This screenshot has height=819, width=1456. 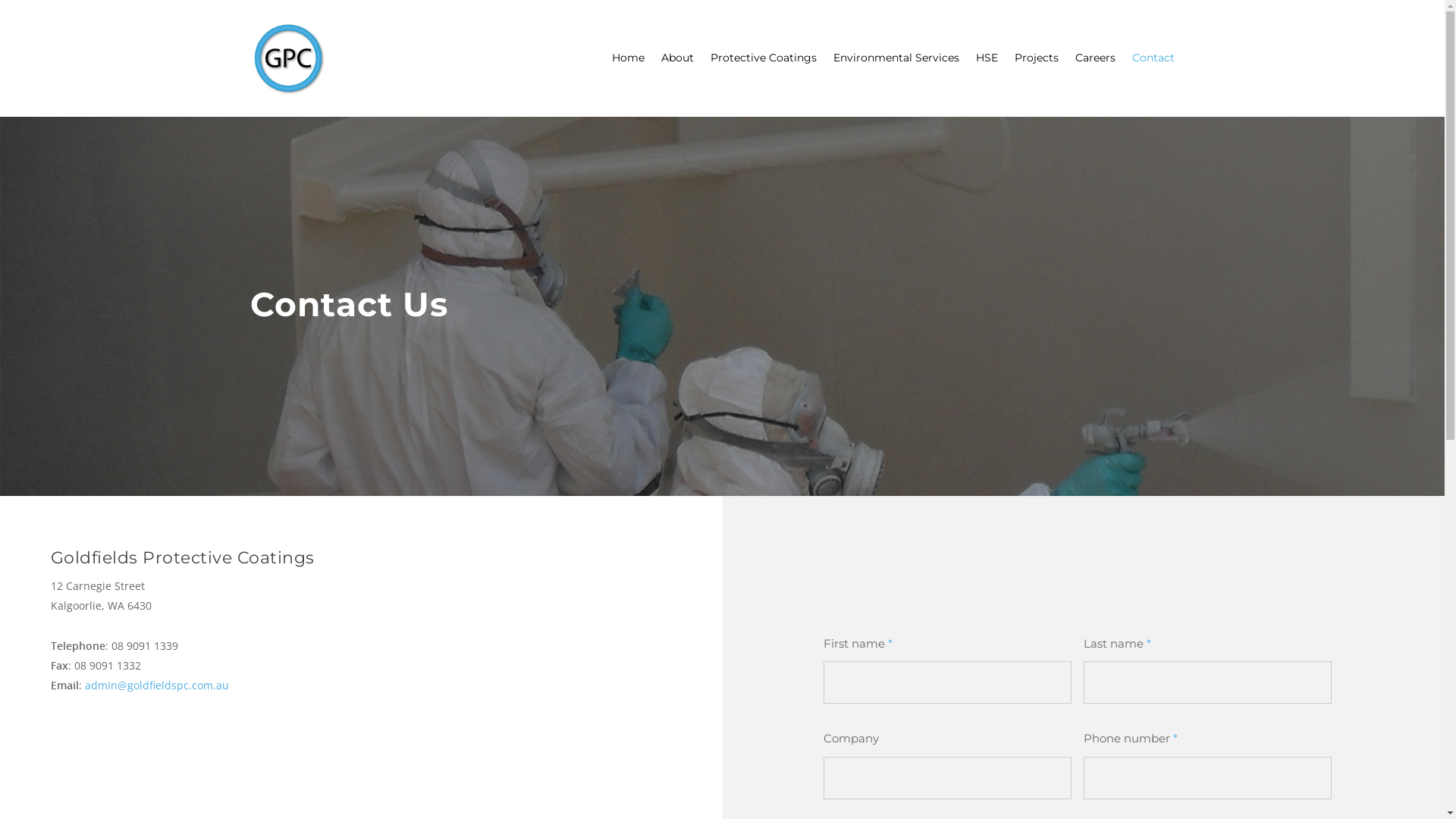 I want to click on 'Environmental Services', so click(x=896, y=69).